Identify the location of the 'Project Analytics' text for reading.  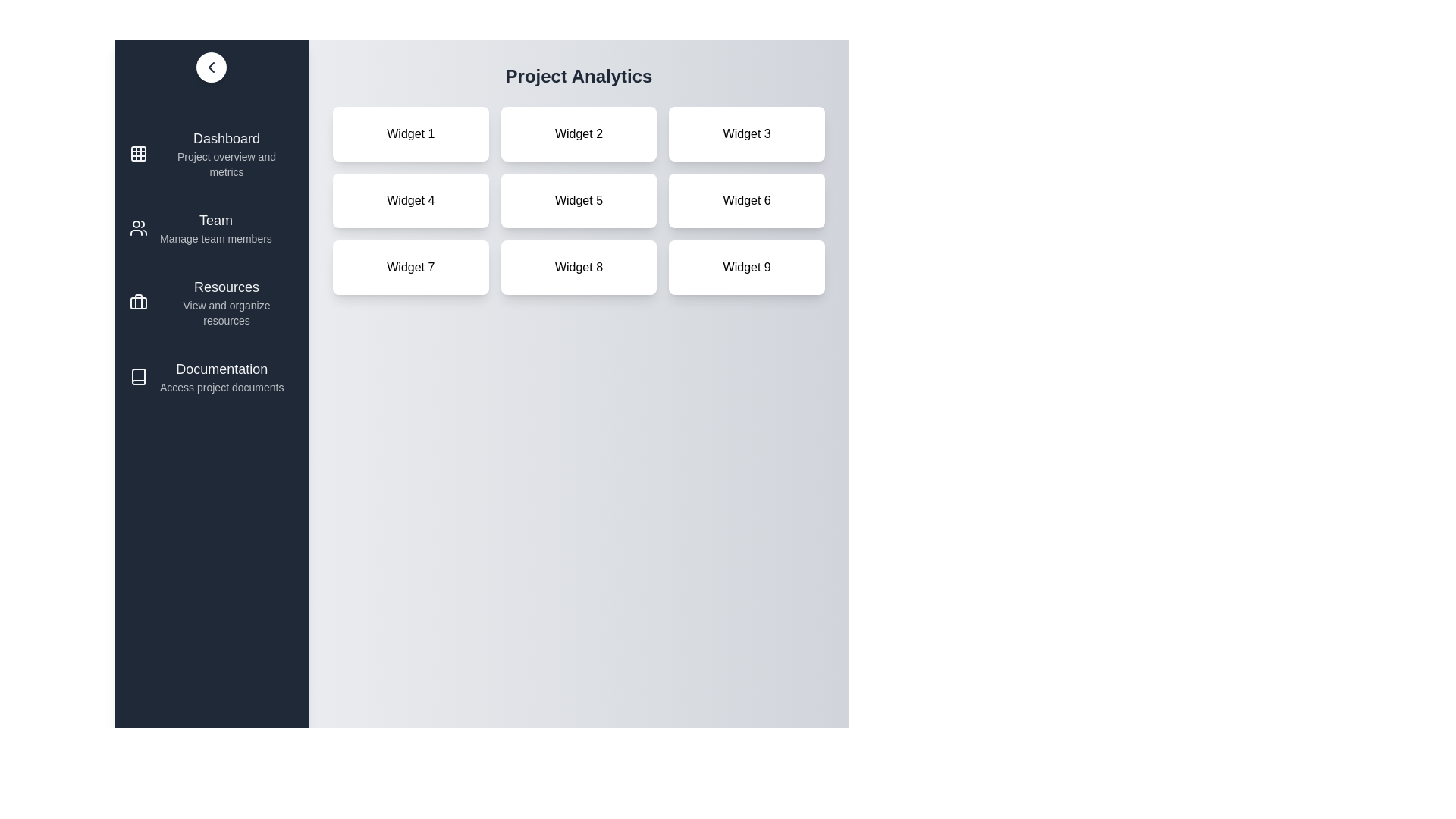
(578, 76).